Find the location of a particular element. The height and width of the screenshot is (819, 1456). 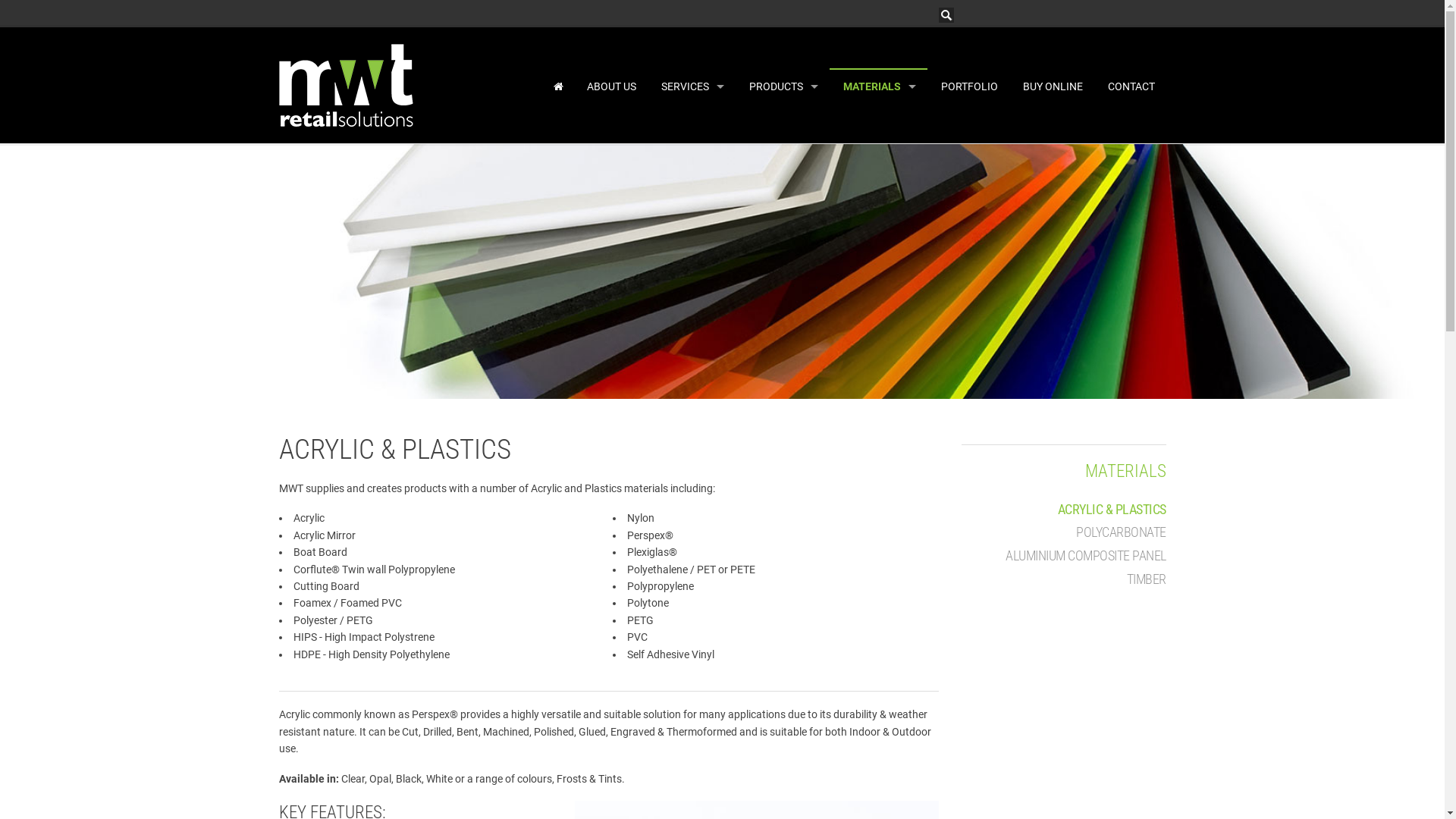

'ACRYLIC & PLASTICS' is located at coordinates (1111, 509).